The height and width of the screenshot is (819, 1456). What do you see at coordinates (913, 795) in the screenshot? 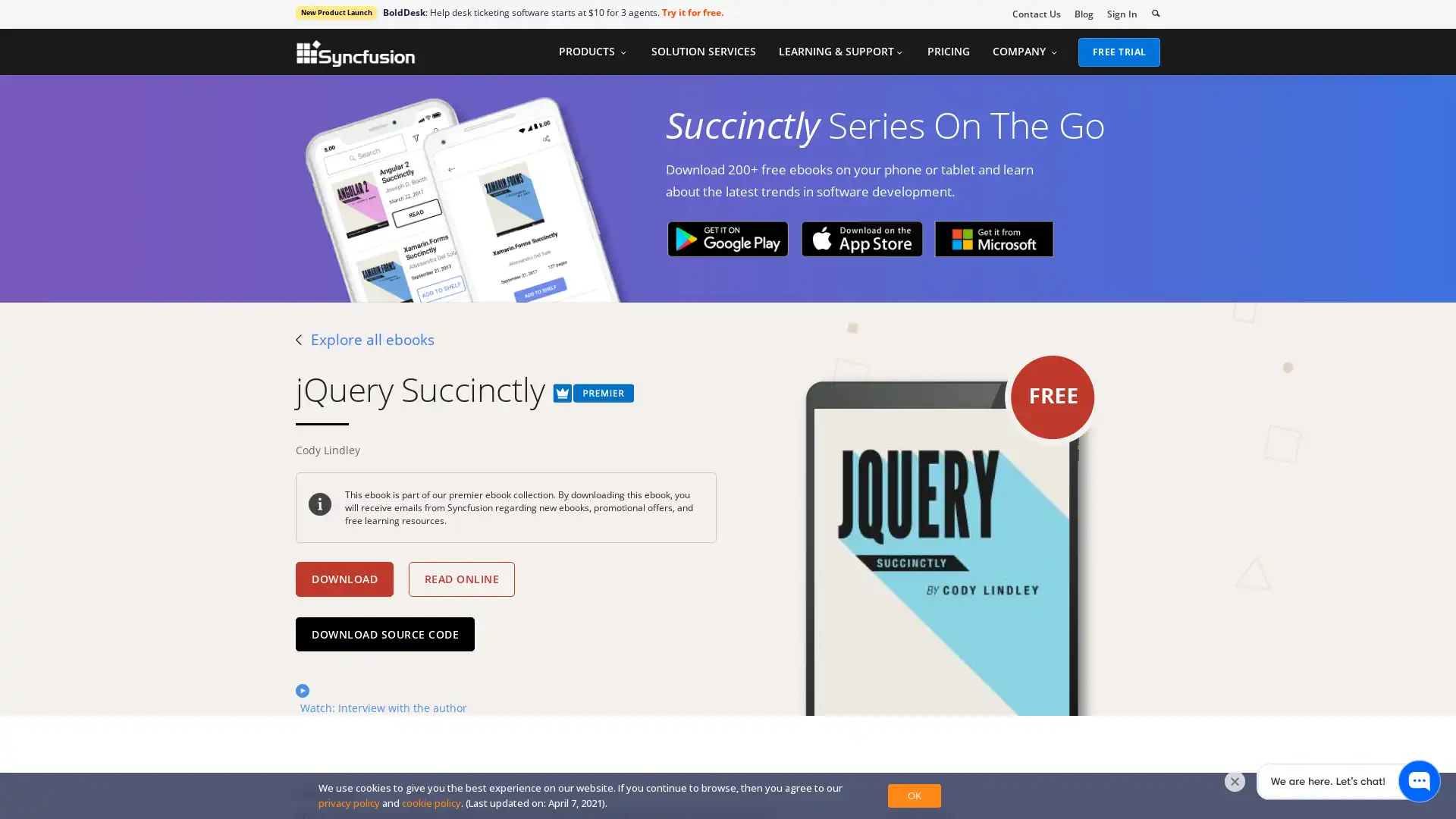
I see `OK` at bounding box center [913, 795].